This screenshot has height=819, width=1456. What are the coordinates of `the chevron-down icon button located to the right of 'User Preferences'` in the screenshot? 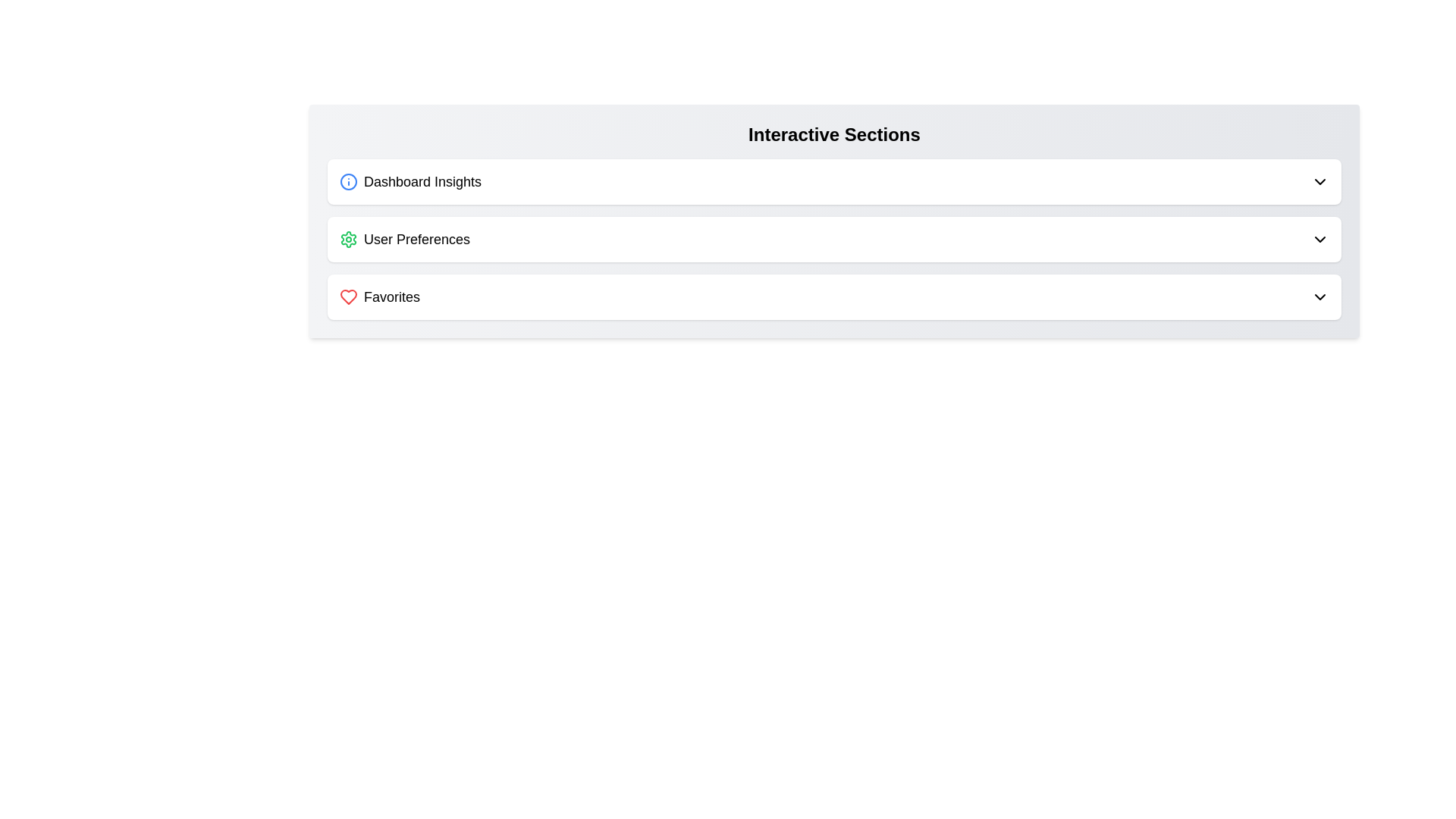 It's located at (1319, 239).